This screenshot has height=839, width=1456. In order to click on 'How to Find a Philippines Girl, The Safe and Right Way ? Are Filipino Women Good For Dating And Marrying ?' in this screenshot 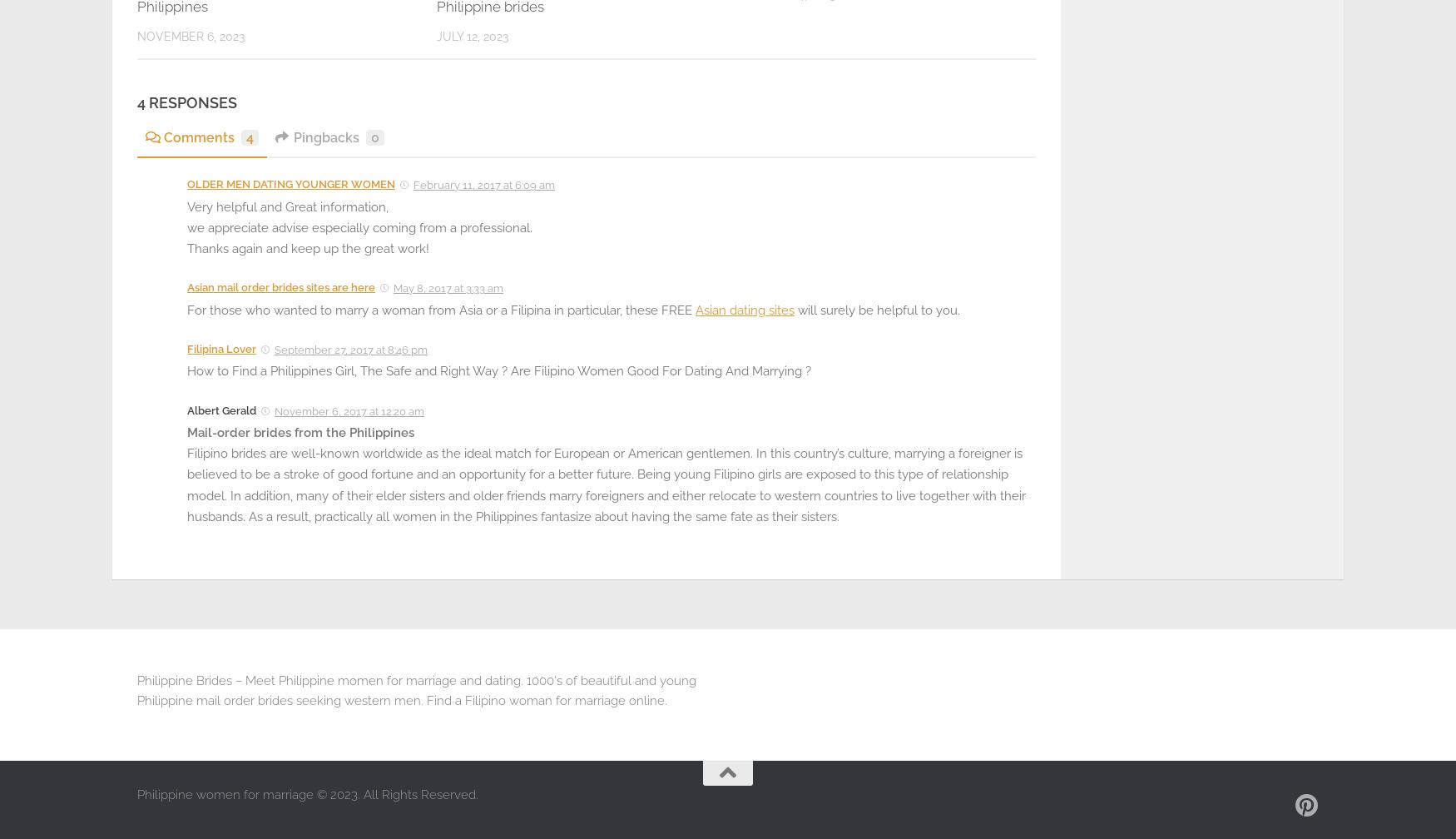, I will do `click(187, 370)`.